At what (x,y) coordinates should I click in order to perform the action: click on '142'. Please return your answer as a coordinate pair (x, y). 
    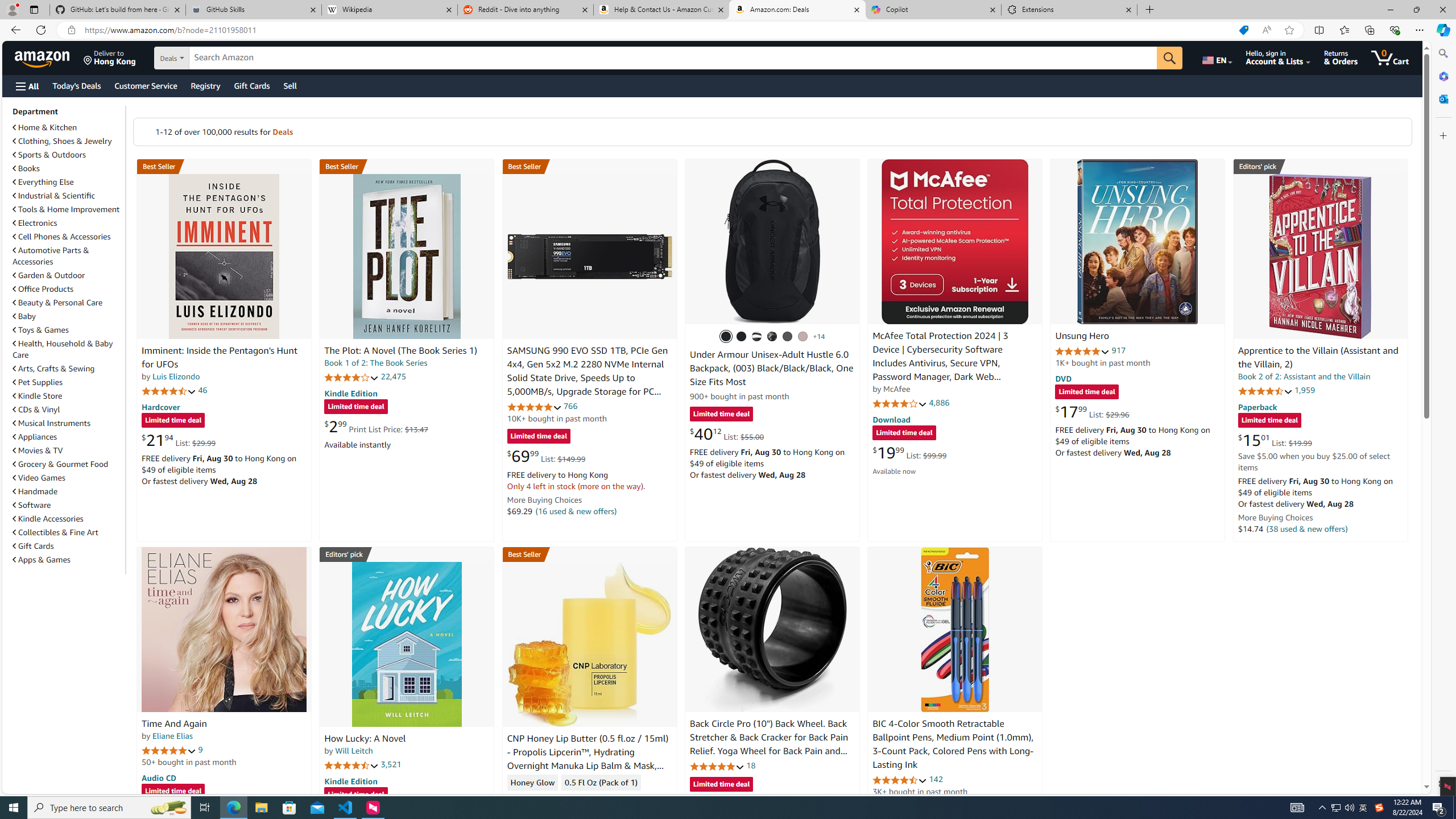
    Looking at the image, I should click on (936, 779).